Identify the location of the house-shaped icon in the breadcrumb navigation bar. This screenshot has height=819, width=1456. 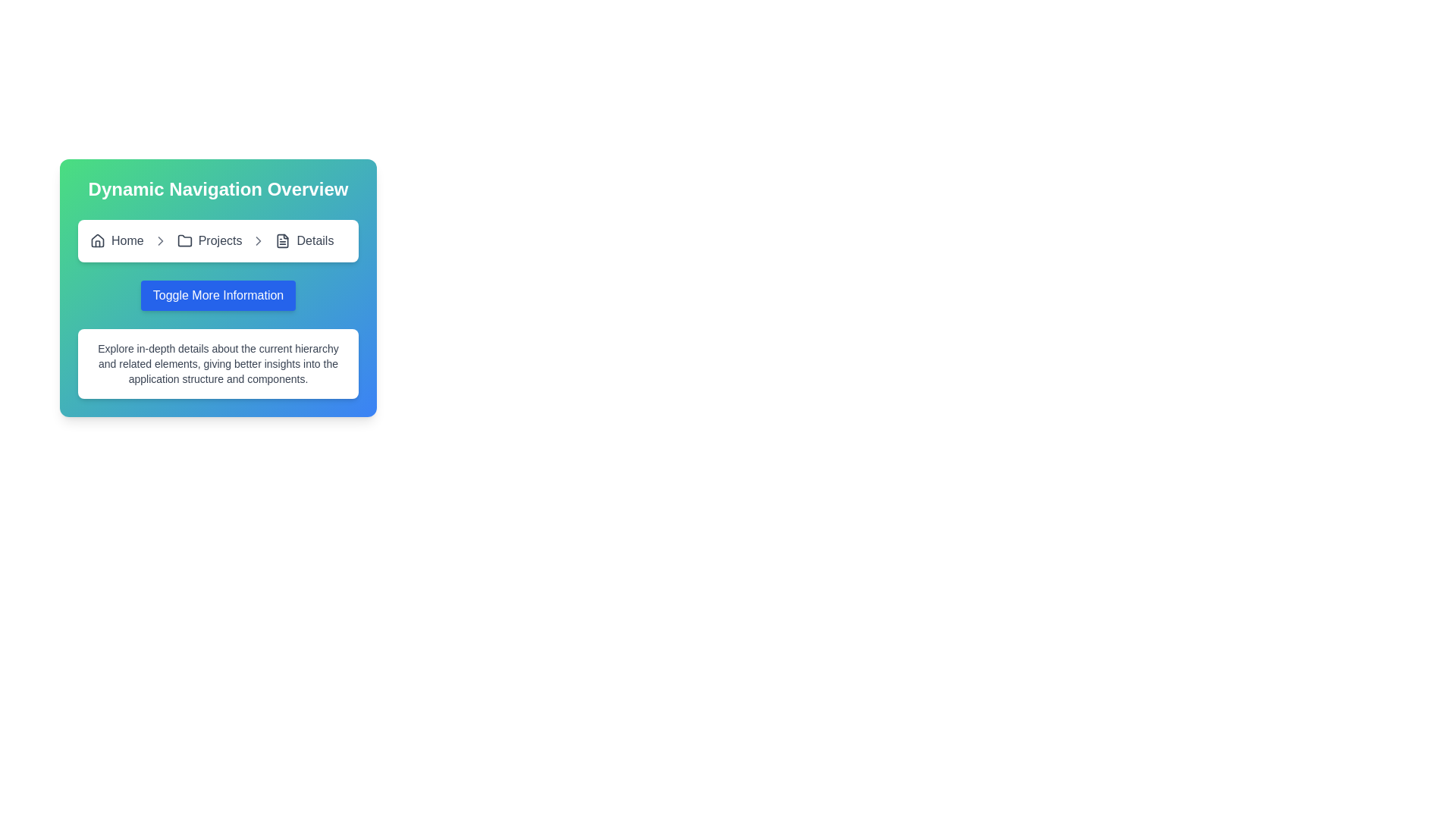
(97, 240).